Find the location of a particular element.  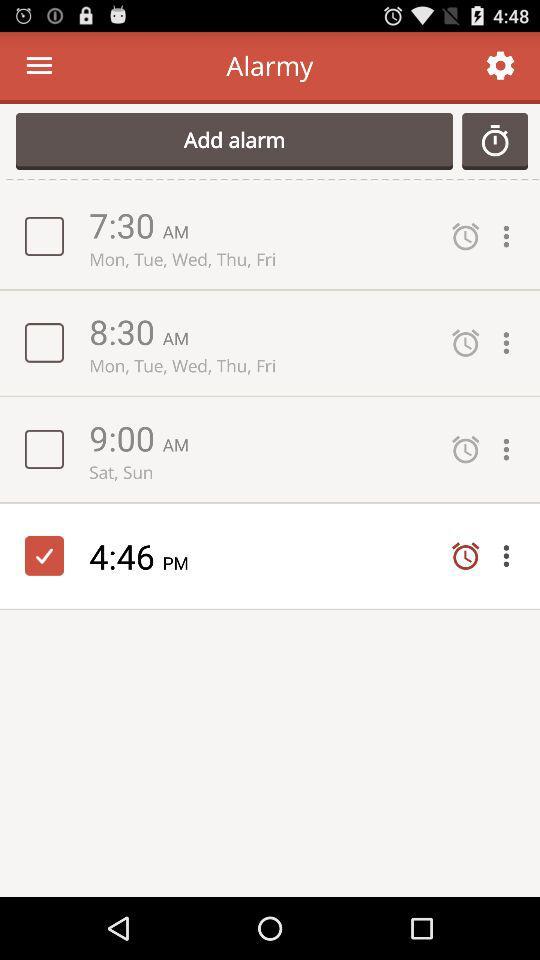

the pm icon is located at coordinates (182, 562).